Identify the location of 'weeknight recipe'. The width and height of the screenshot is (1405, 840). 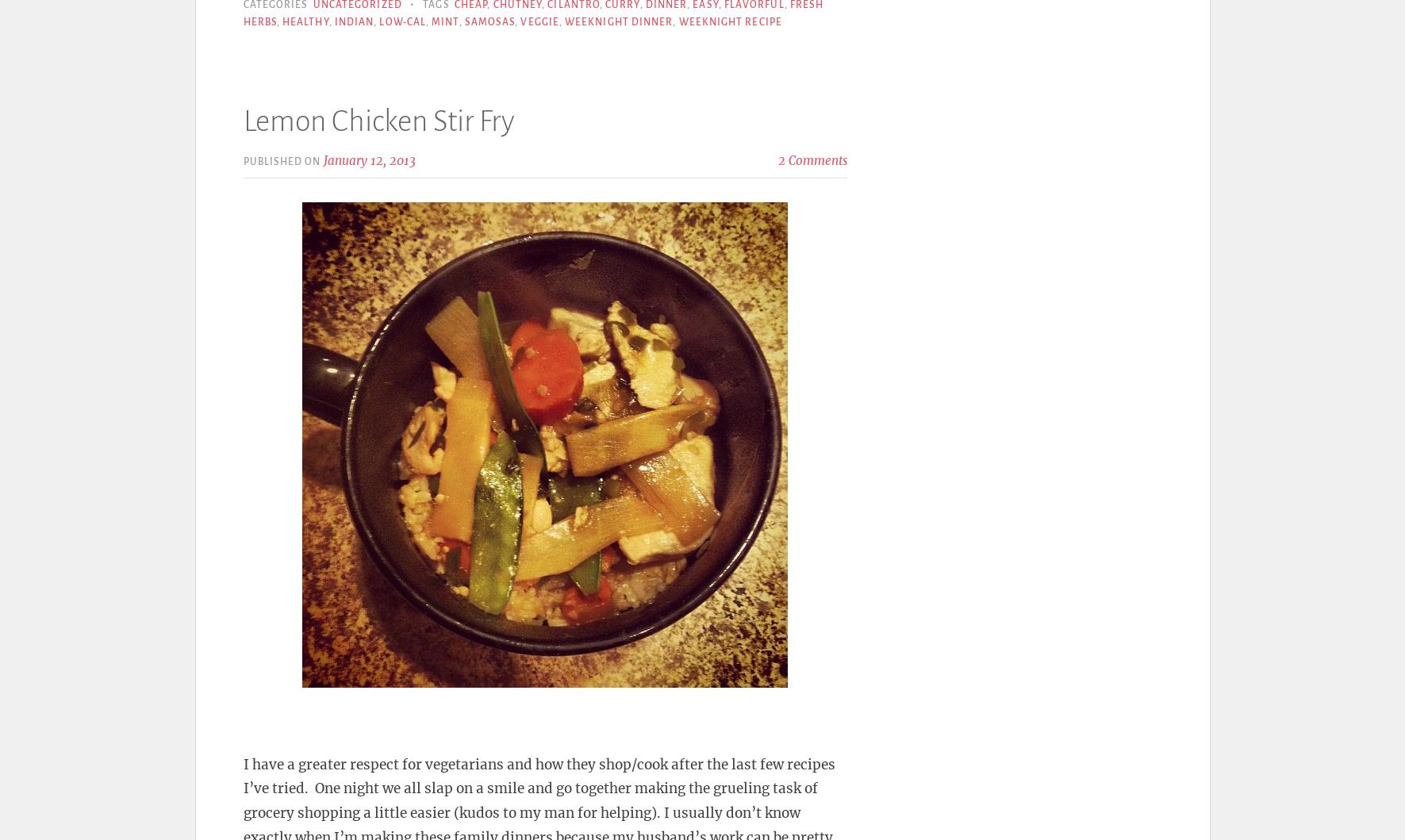
(730, 21).